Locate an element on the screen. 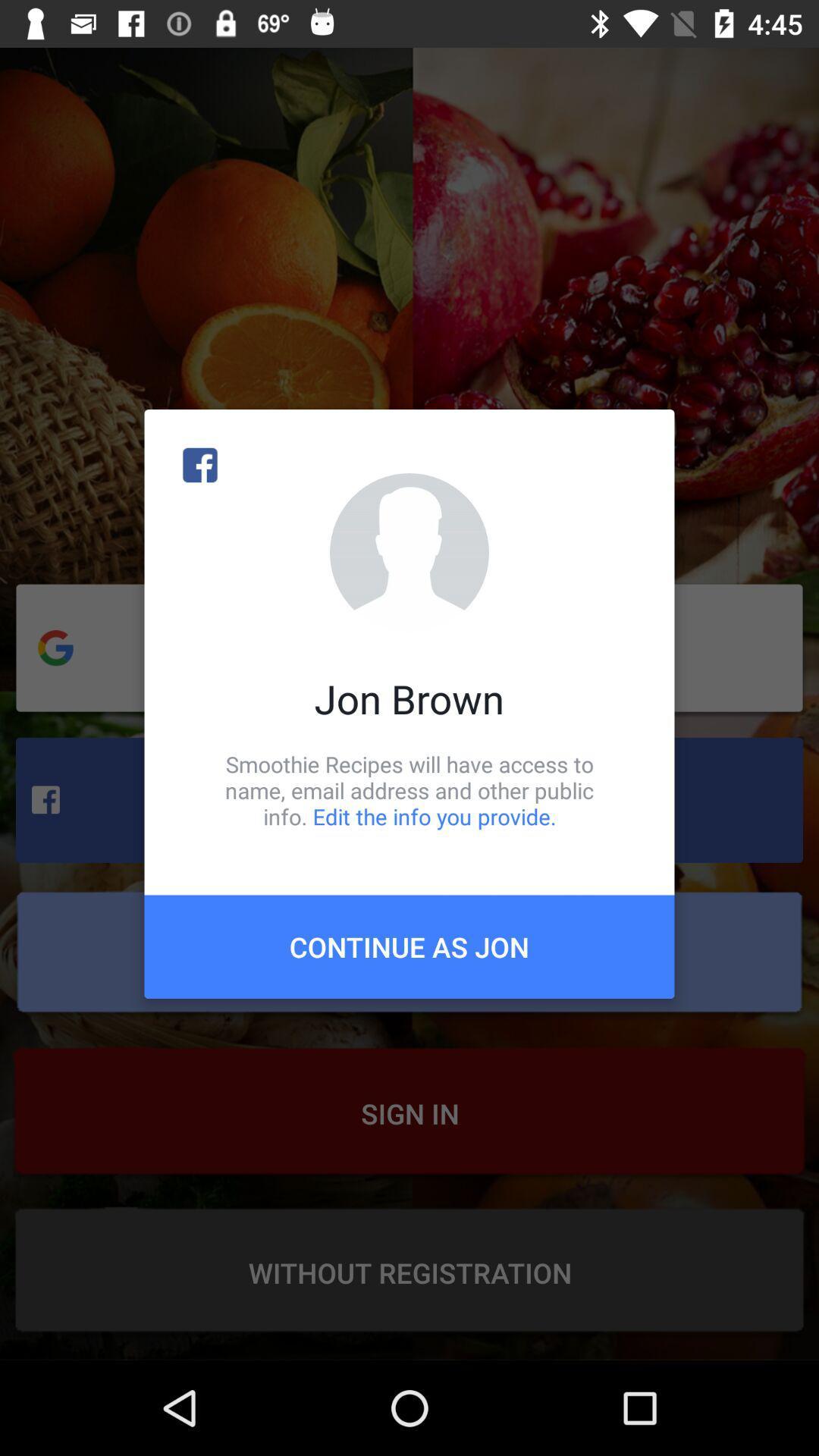  the item below smoothie recipes will icon is located at coordinates (409, 946).